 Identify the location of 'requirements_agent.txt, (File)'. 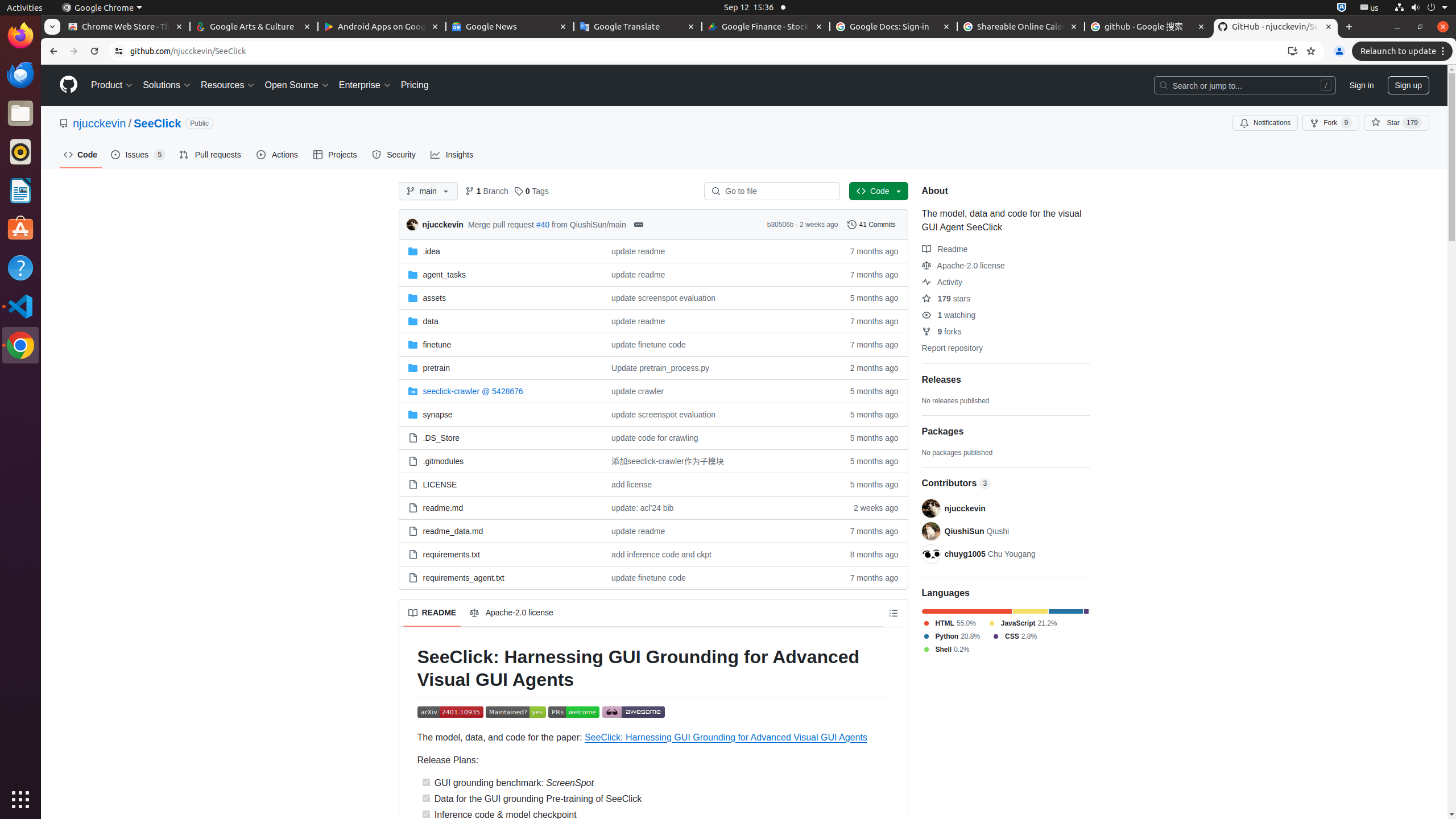
(464, 577).